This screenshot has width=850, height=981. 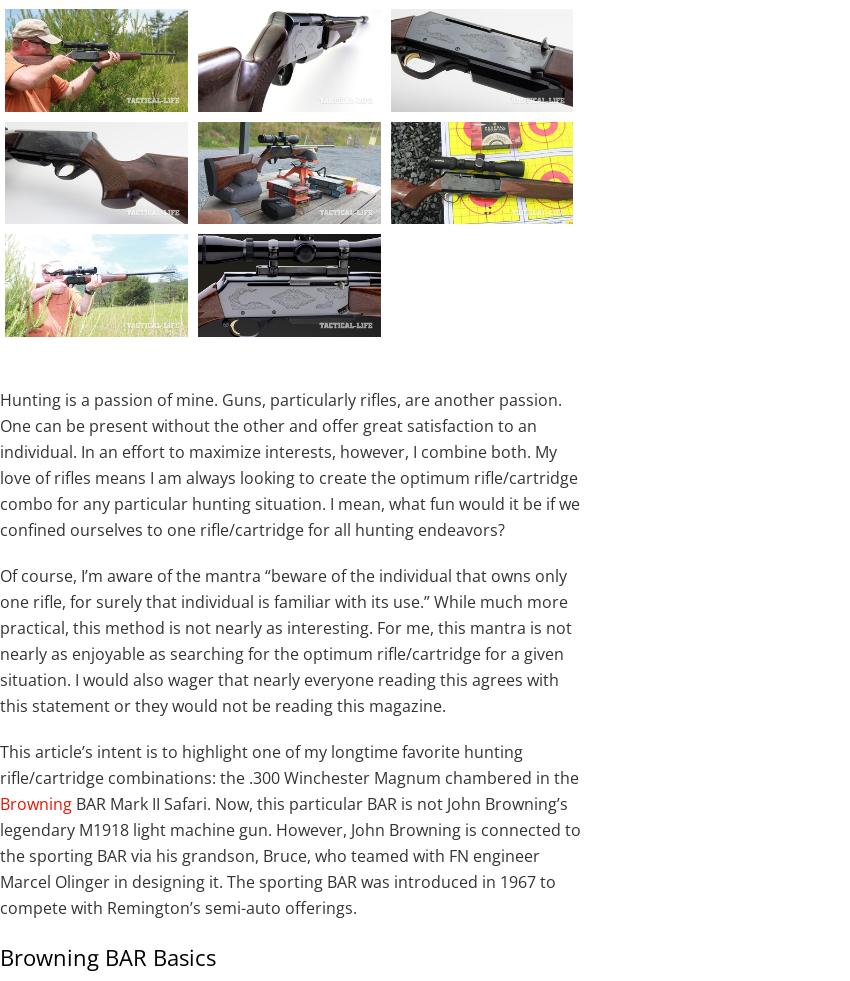 What do you see at coordinates (222, 112) in the screenshot?
I see `'The shape of the buttstock works well with the BAR’s drilled and tapped receiver for shooters who prefer optics.'` at bounding box center [222, 112].